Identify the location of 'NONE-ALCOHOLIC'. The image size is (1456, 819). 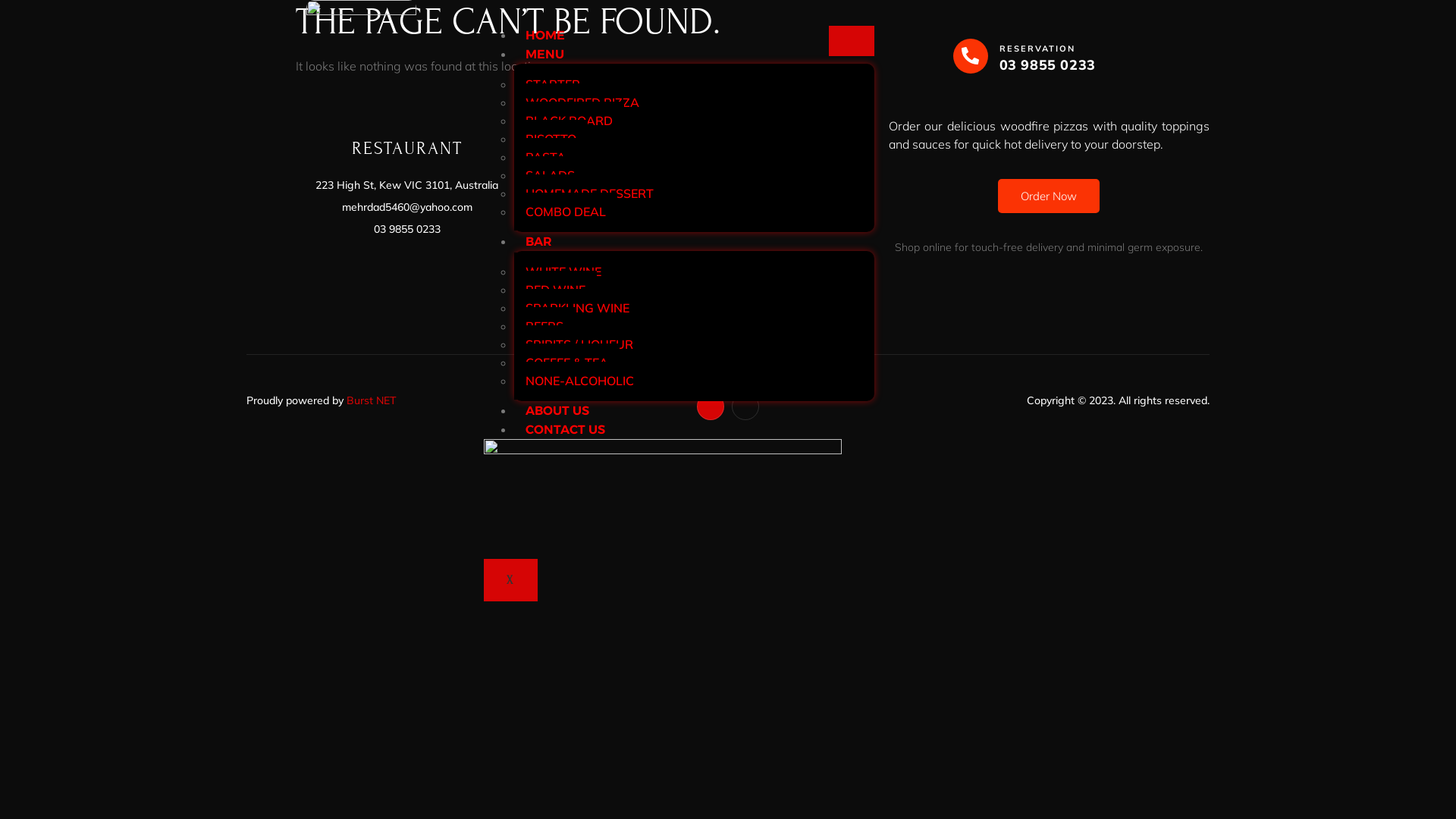
(579, 379).